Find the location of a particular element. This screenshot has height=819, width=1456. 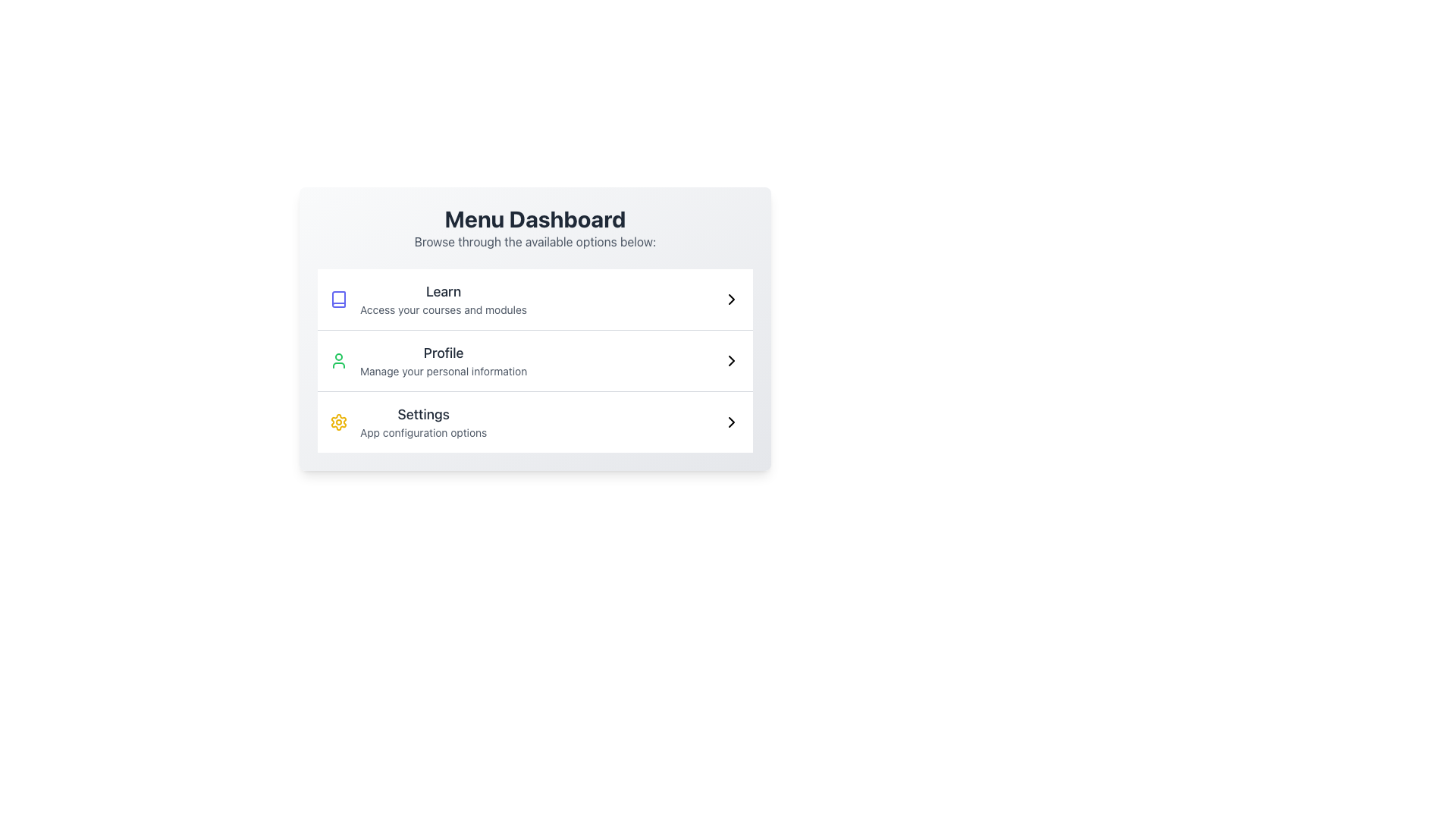

the bold 'Profile' text label located in the second row of the 'Menu Dashboard' interface, which is styled in dark gray and serves as the title for the Profile section is located at coordinates (443, 353).